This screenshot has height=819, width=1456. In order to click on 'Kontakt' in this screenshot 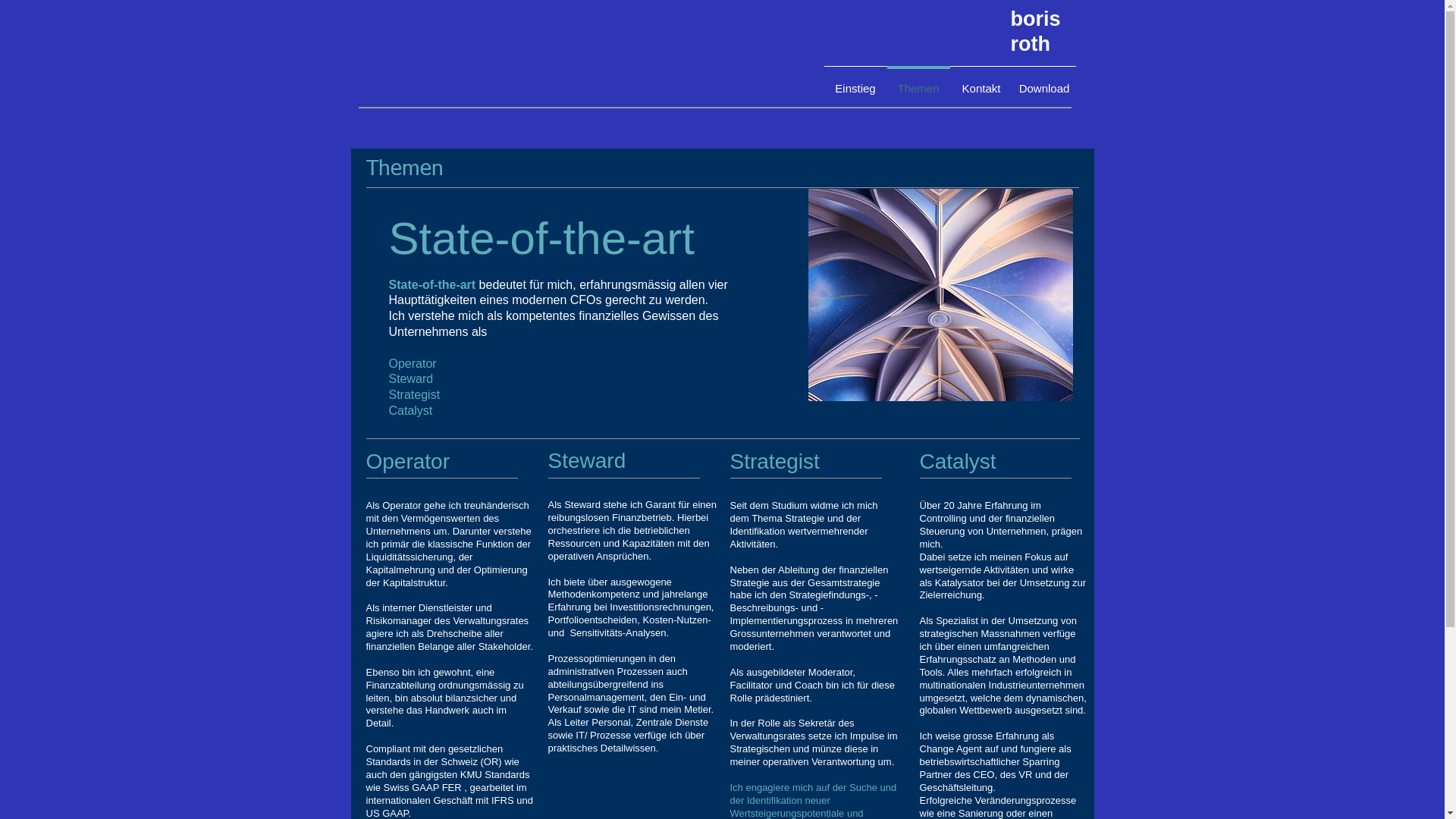, I will do `click(949, 82)`.